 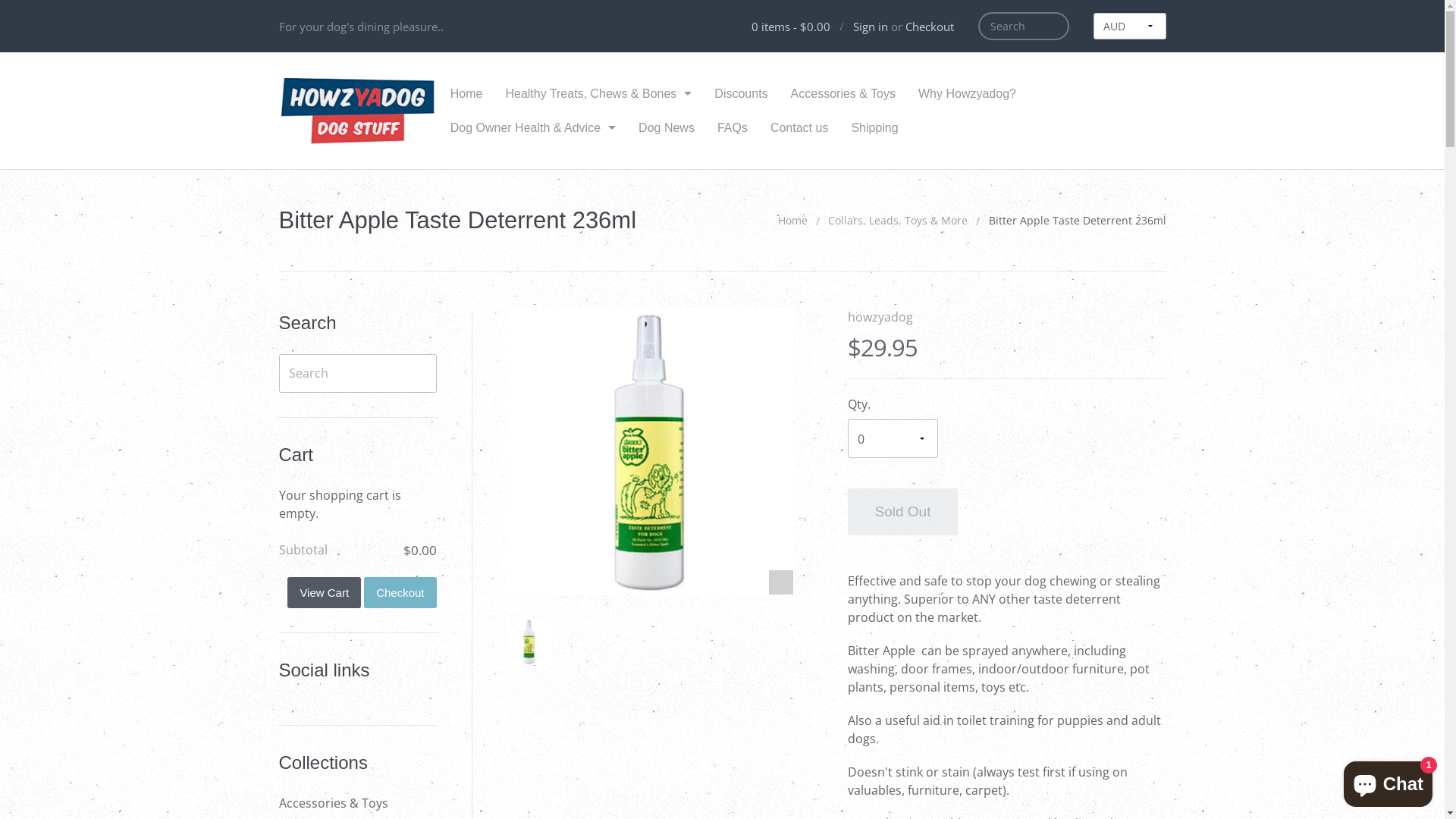 What do you see at coordinates (874, 127) in the screenshot?
I see `'Shipping'` at bounding box center [874, 127].